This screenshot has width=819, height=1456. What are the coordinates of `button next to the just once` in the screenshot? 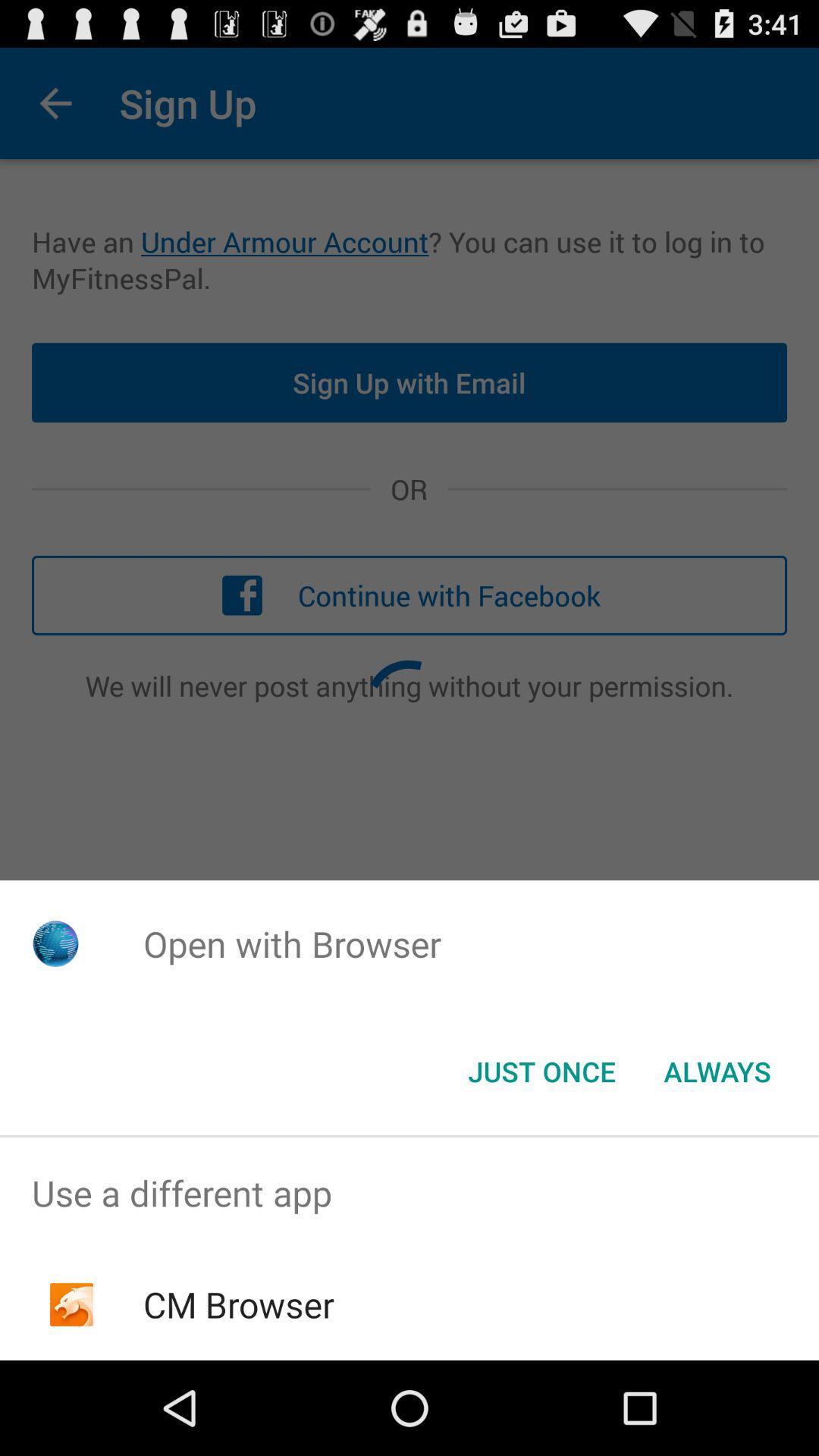 It's located at (717, 1070).